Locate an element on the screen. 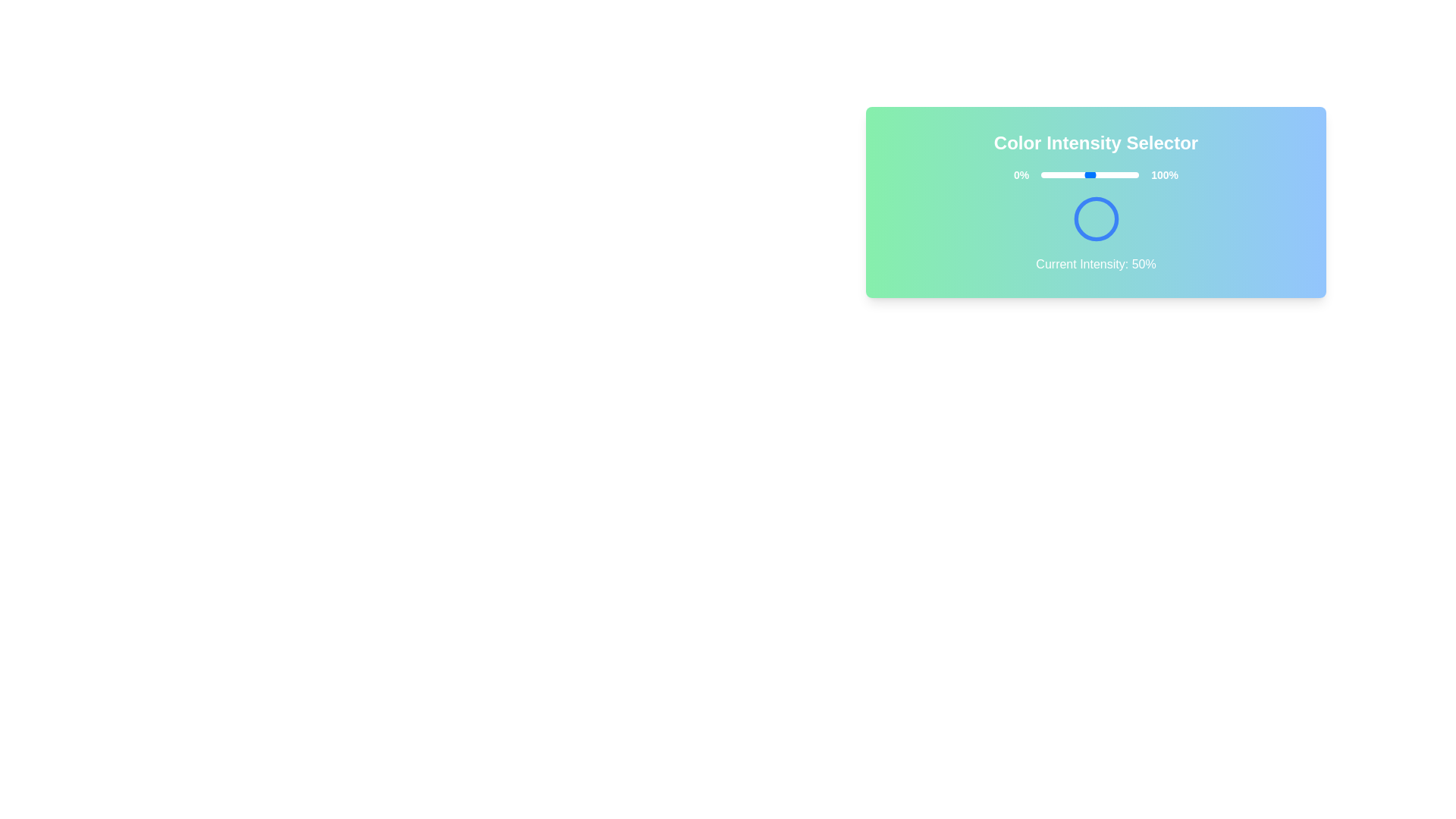 This screenshot has height=819, width=1456. the slider to set the color intensity to 7% is located at coordinates (1047, 174).